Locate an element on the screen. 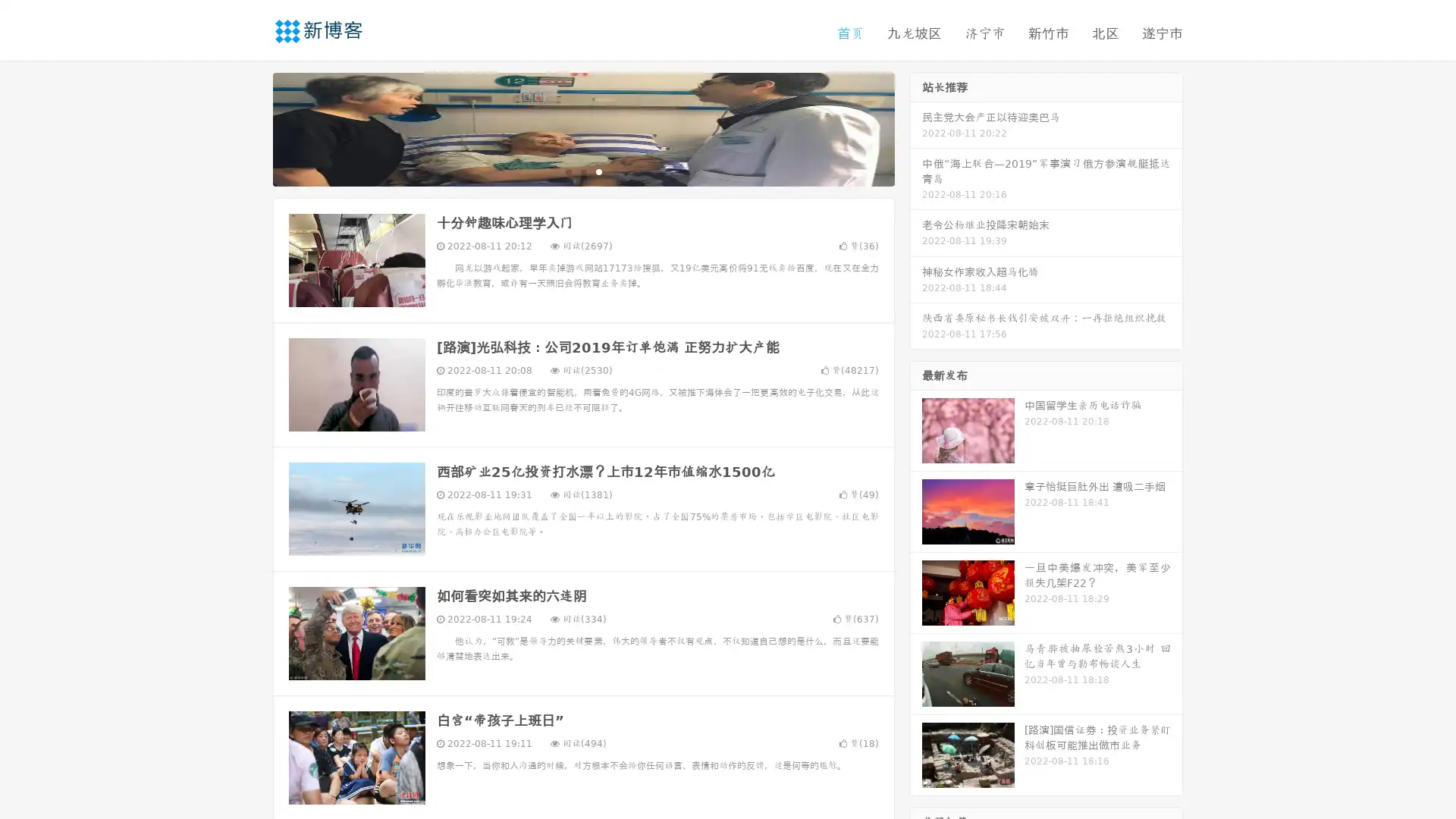 The image size is (1456, 819). Previous slide is located at coordinates (250, 127).